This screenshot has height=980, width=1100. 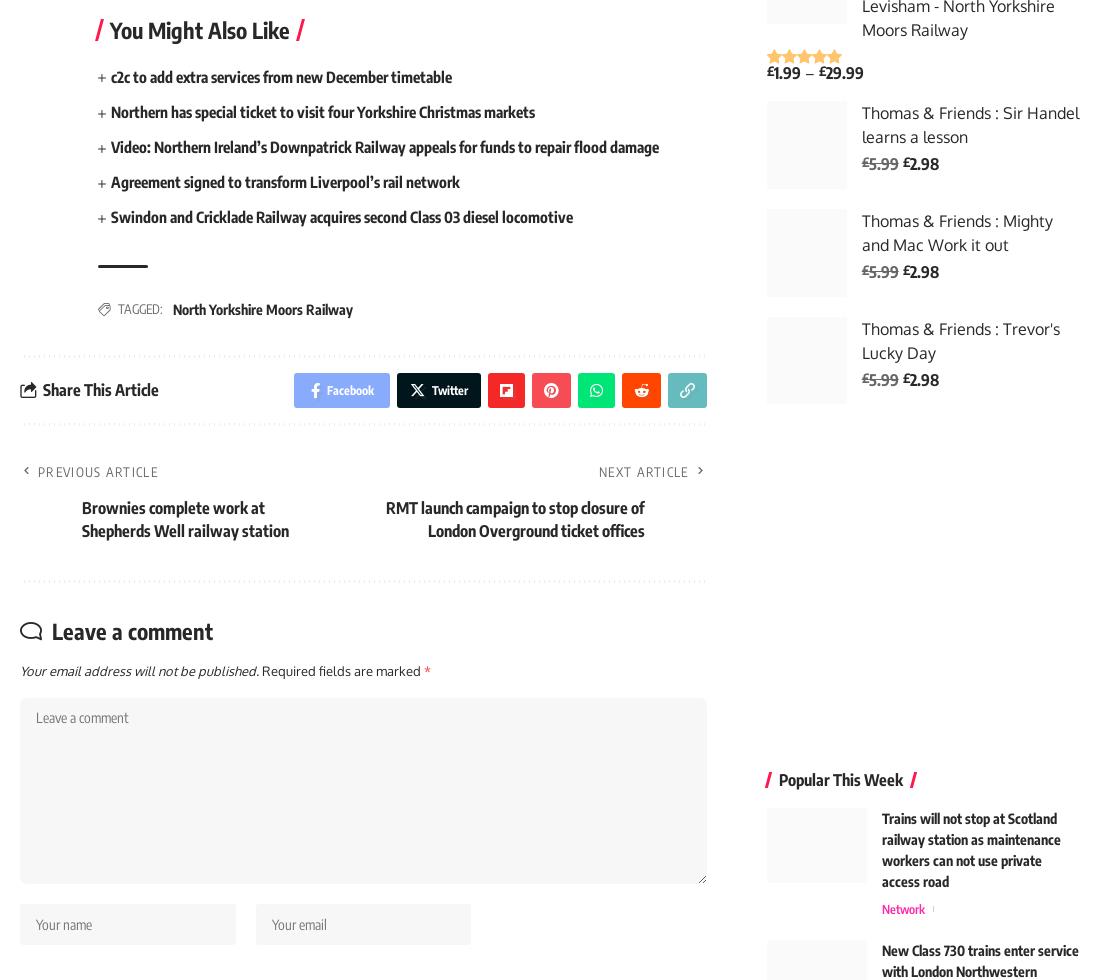 What do you see at coordinates (597, 480) in the screenshot?
I see `'Next Article'` at bounding box center [597, 480].